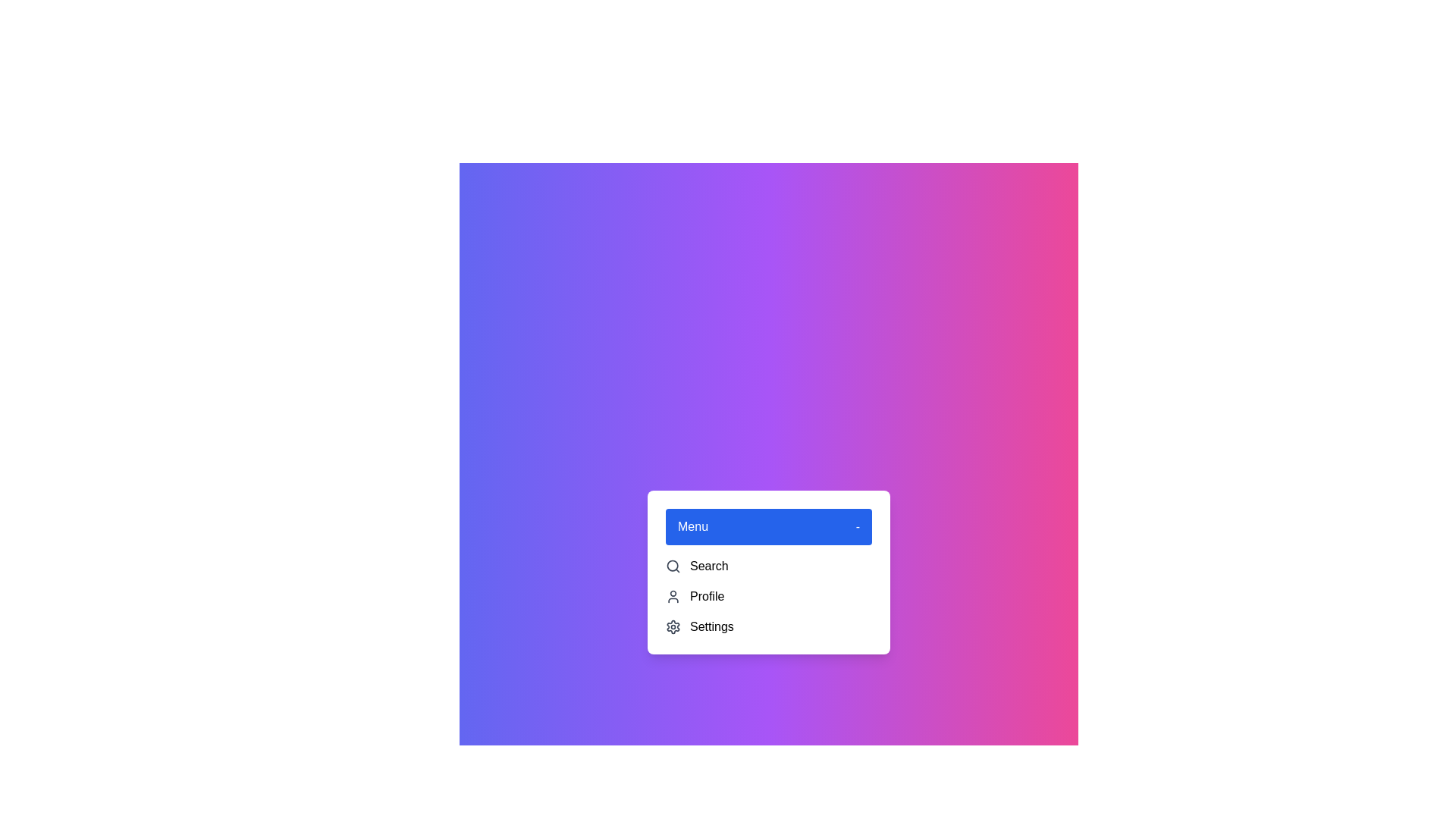 Image resolution: width=1456 pixels, height=819 pixels. What do you see at coordinates (673, 626) in the screenshot?
I see `the icon and label for Settings in the dropdown menu` at bounding box center [673, 626].